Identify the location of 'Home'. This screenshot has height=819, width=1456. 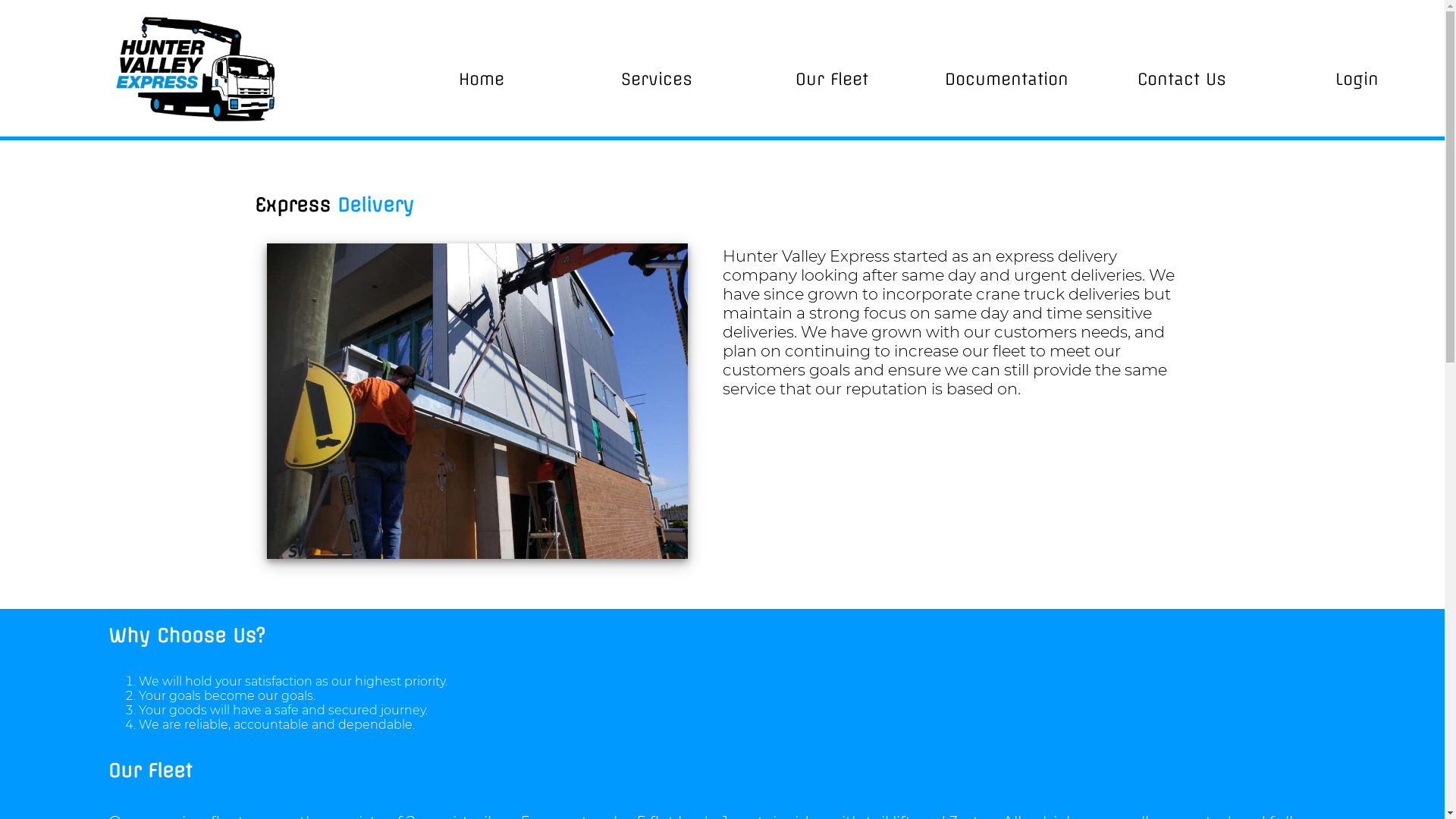
(480, 79).